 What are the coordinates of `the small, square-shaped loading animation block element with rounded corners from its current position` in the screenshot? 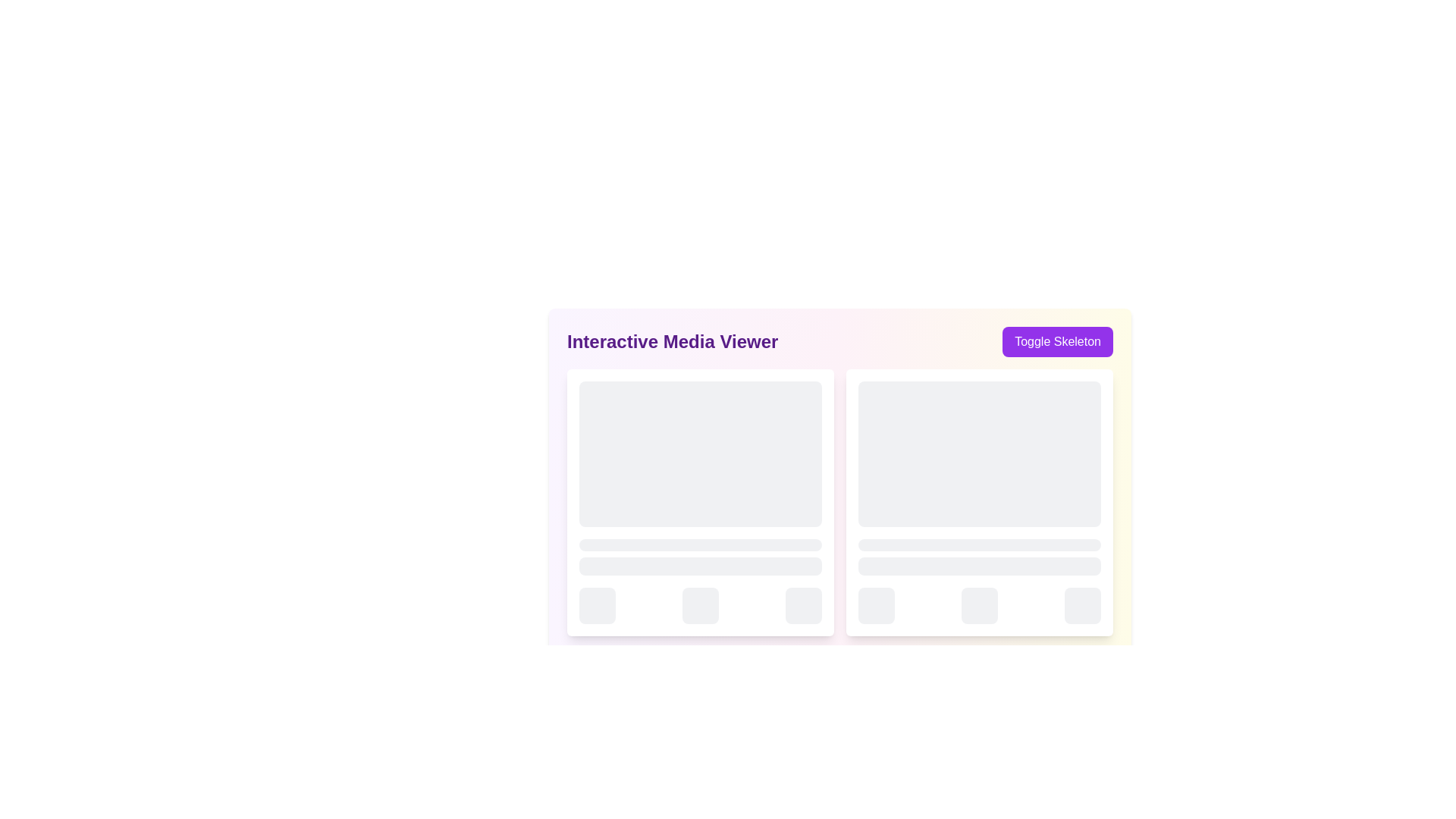 It's located at (803, 604).